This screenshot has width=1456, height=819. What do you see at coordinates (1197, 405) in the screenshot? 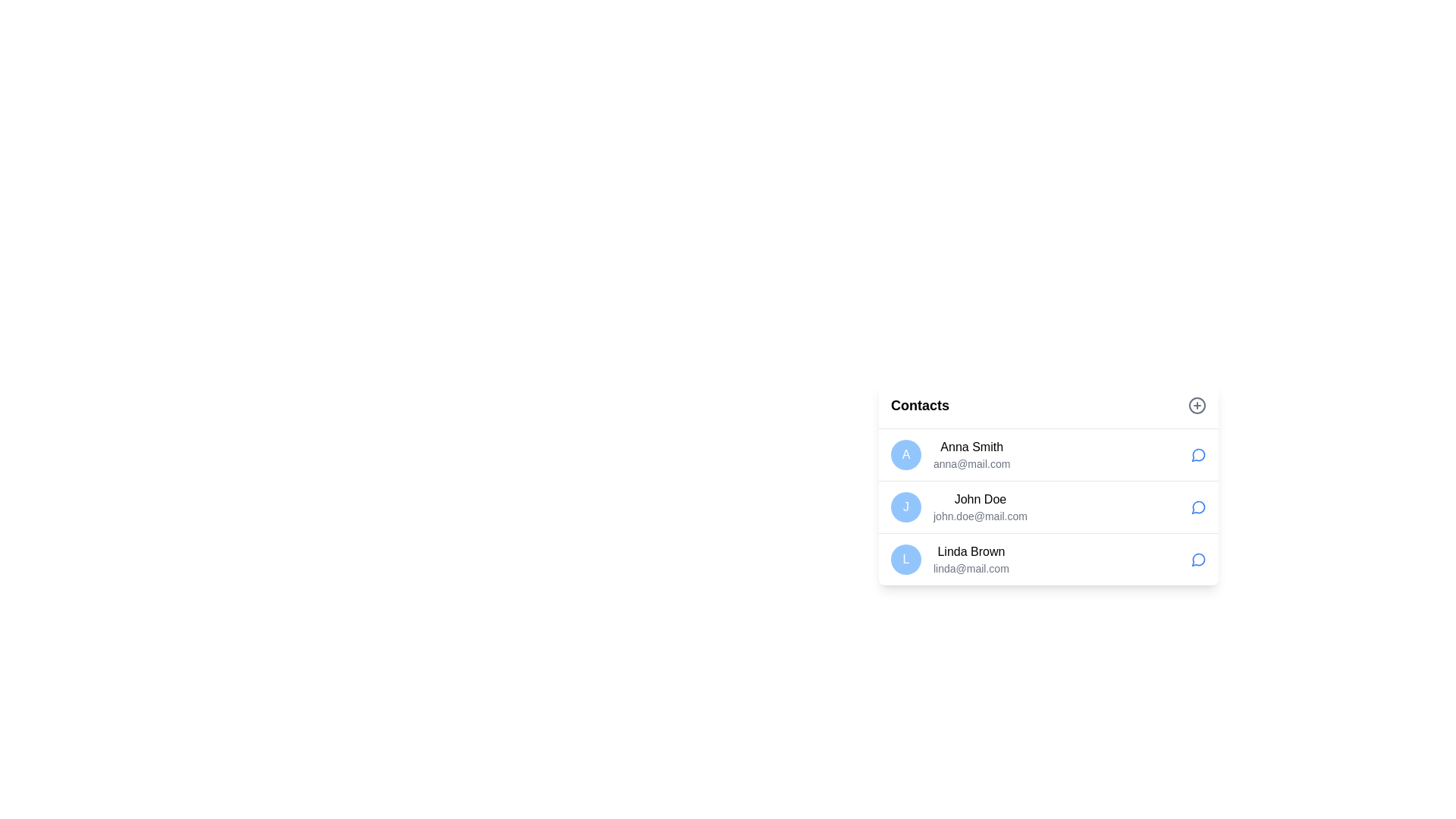
I see `the 'Add' button located at the top-right corner of the 'Contacts' section` at bounding box center [1197, 405].